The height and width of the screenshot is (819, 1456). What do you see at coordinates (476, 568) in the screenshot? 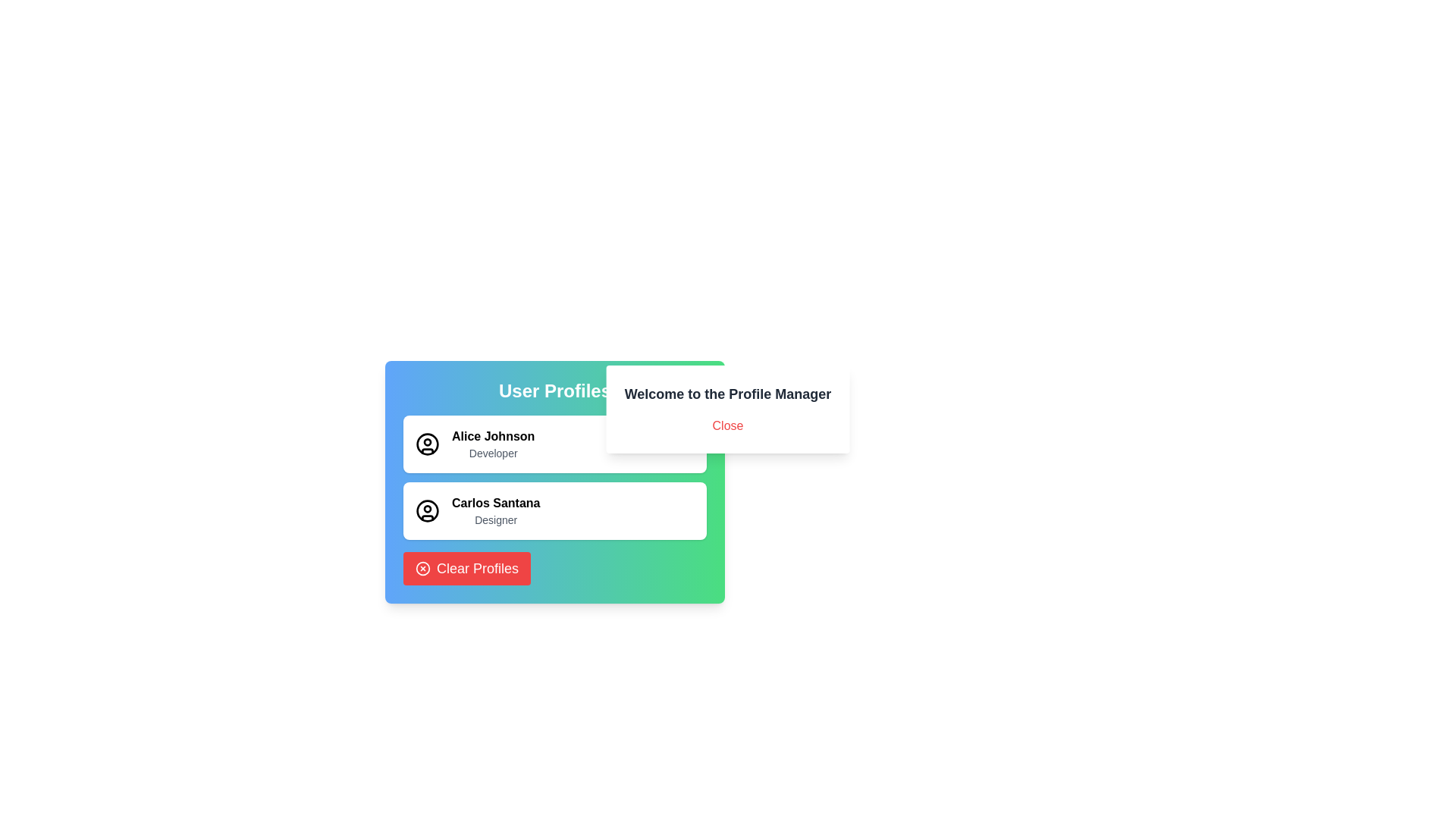
I see `the 'Clear Profiles' text component within the red button located at the bottom of the 'User Profiles' panel` at bounding box center [476, 568].